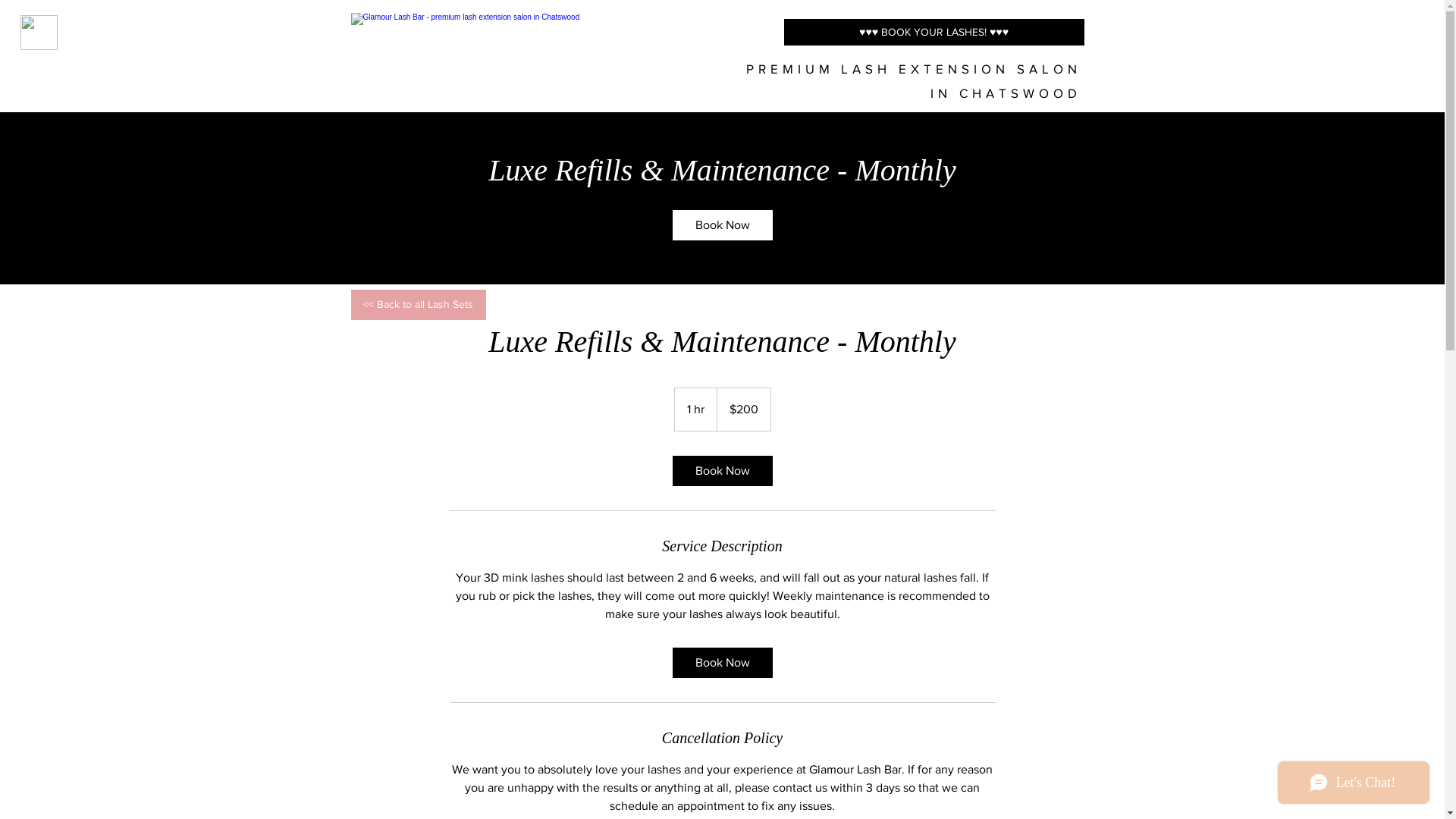  What do you see at coordinates (671, 225) in the screenshot?
I see `'Book Now'` at bounding box center [671, 225].